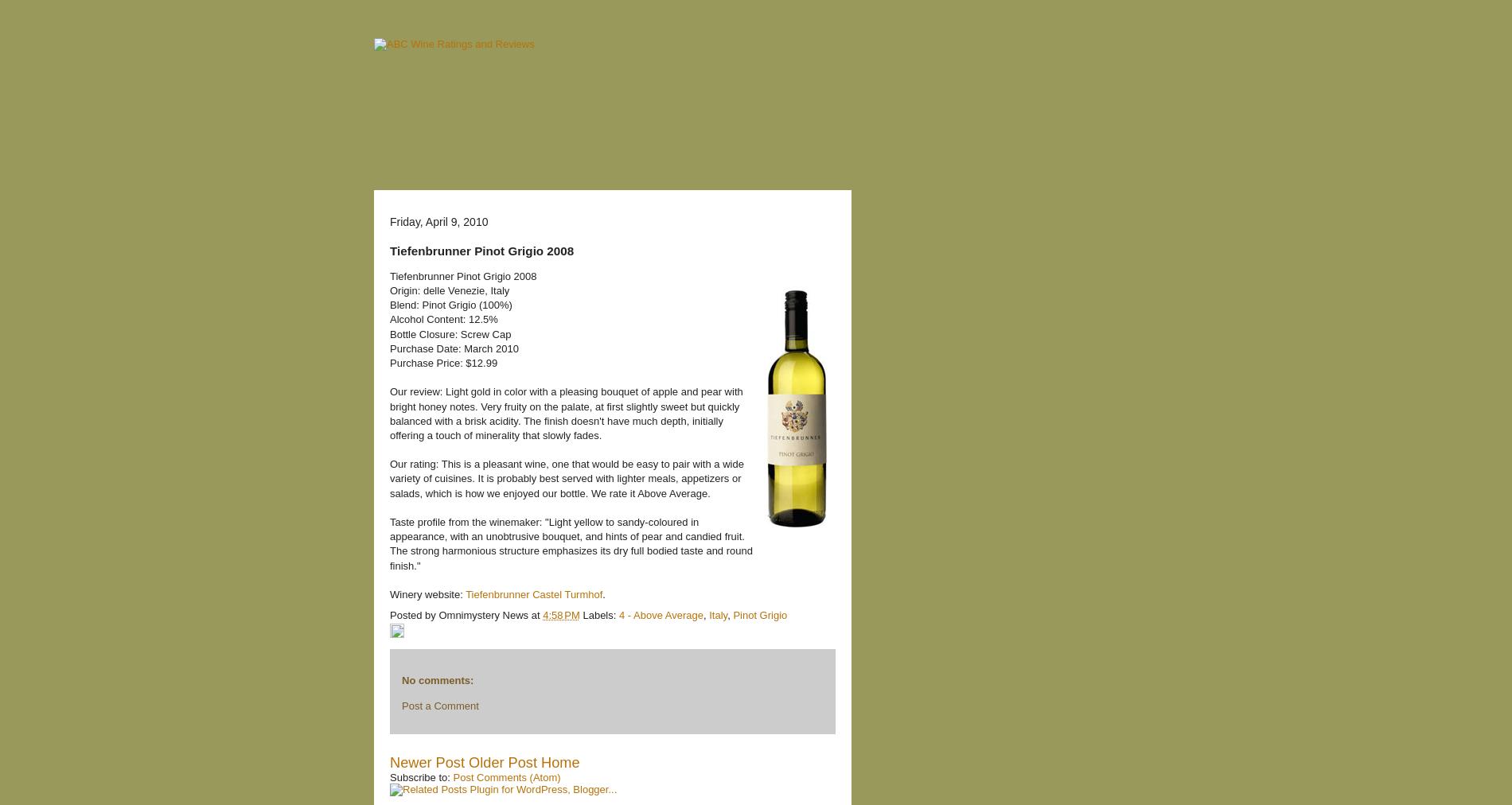 The width and height of the screenshot is (1512, 805). I want to click on 'Bottle Closure: Screw Cap', so click(450, 333).